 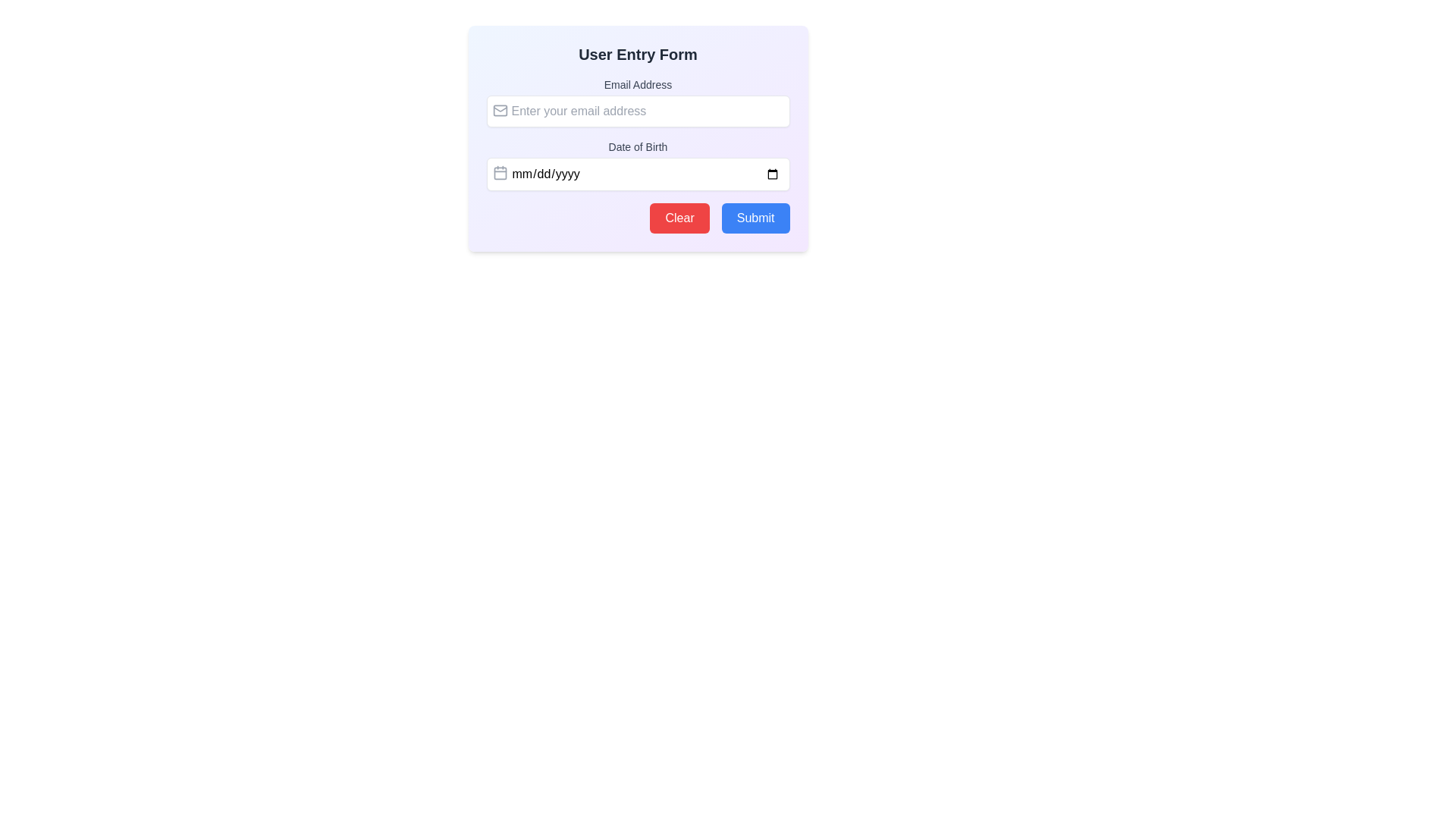 I want to click on the static text label that serves as the title or heading of the form, which is centrally aligned above the 'Email Address' field, so click(x=638, y=54).